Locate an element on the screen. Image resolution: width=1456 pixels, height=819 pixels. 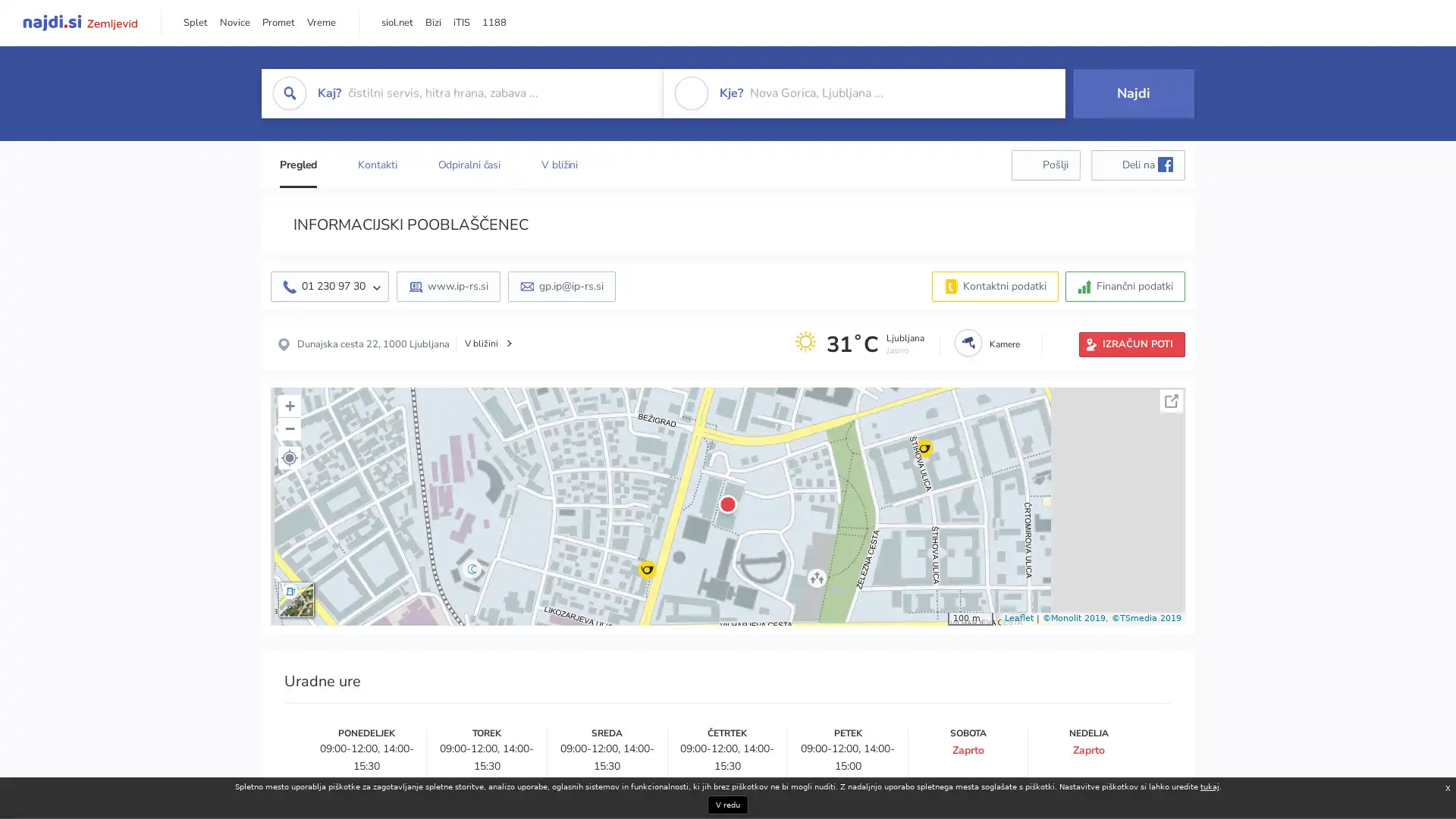
Najdi is located at coordinates (1133, 93).